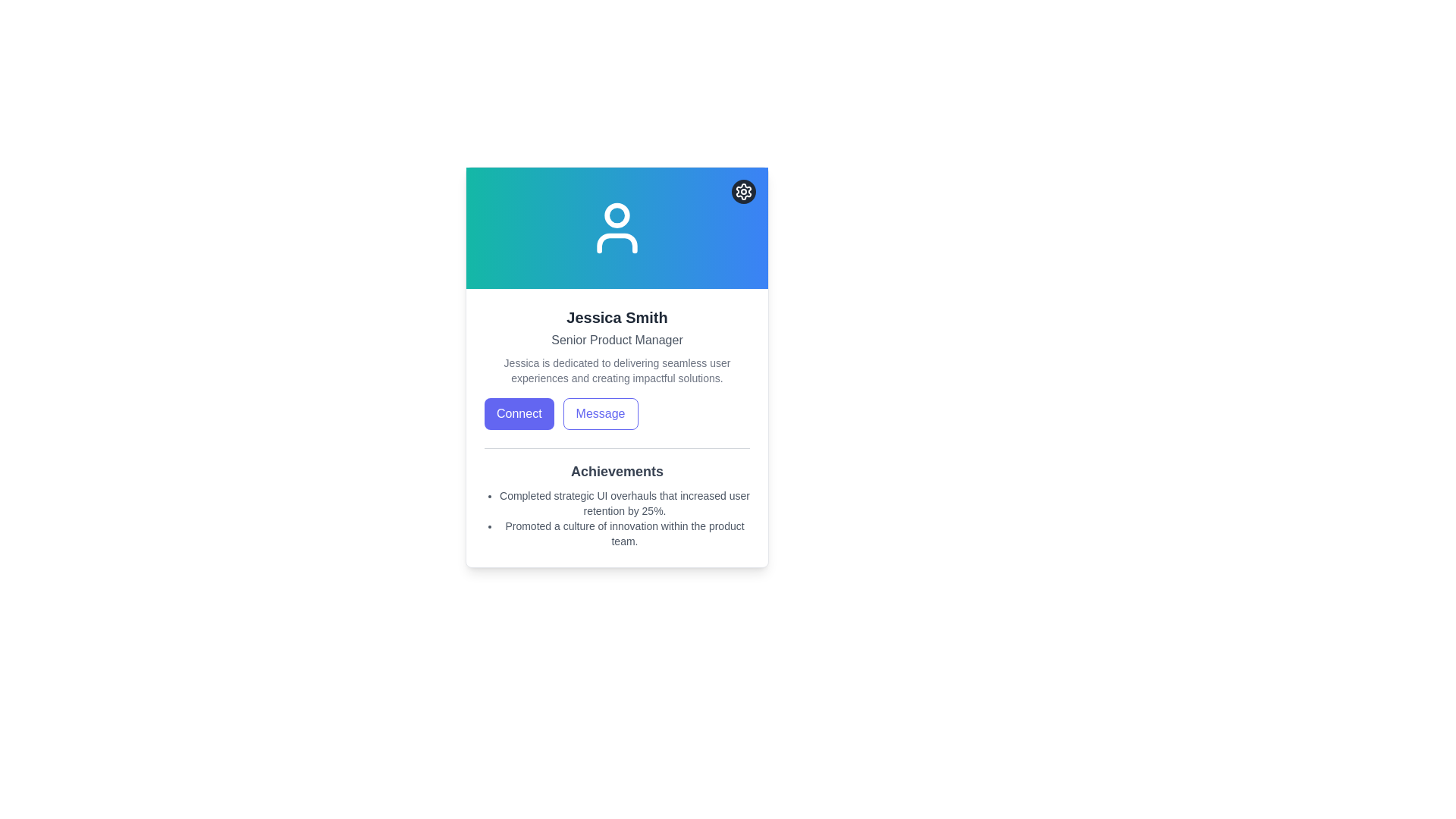  Describe the element at coordinates (617, 227) in the screenshot. I see `the user profile icon, which is a white circular icon with a rectangular body outline, located in the center of a blue-to-teal gradient background at the top section of a card layout` at that location.